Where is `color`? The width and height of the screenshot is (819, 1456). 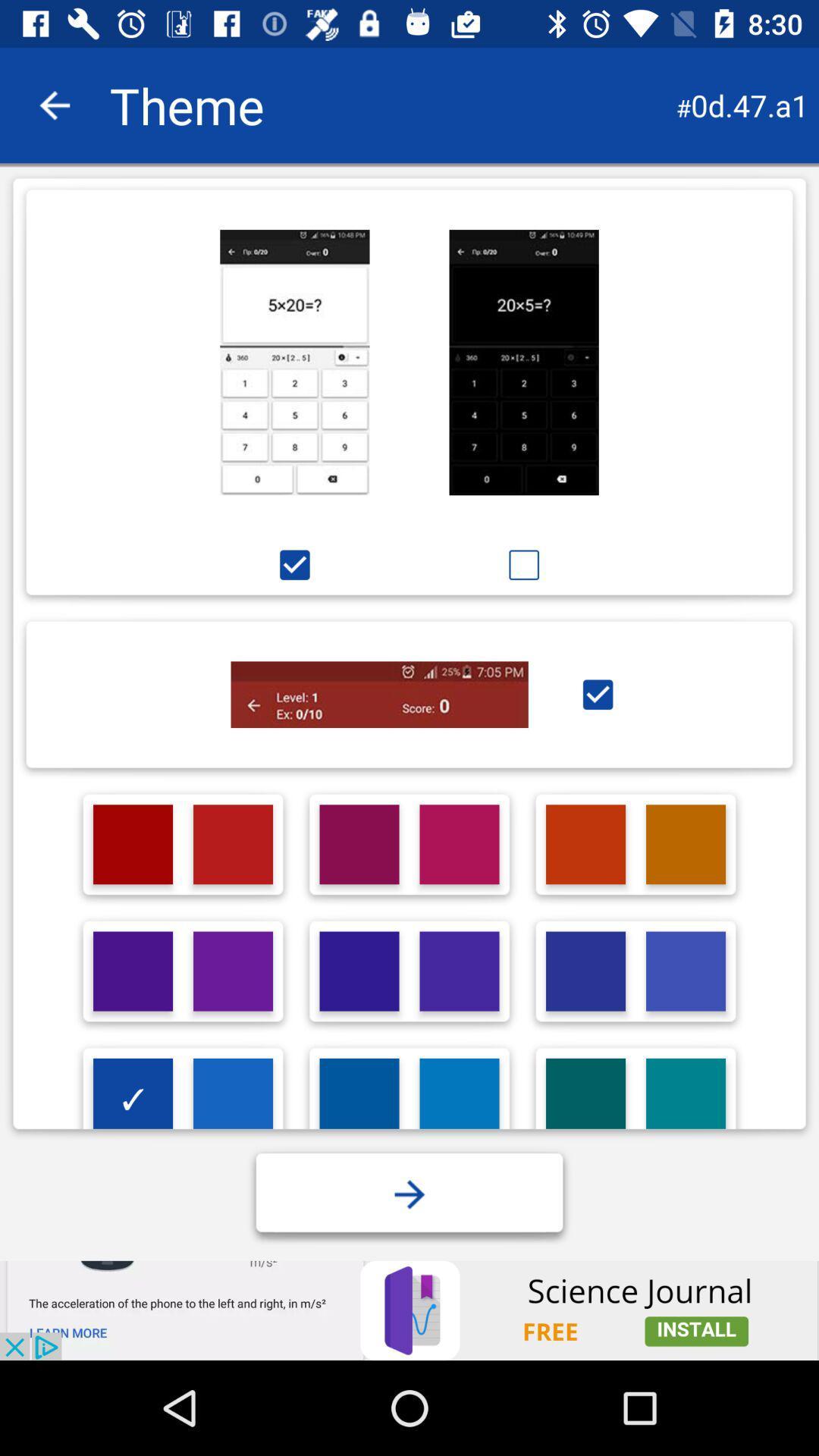
color is located at coordinates (686, 971).